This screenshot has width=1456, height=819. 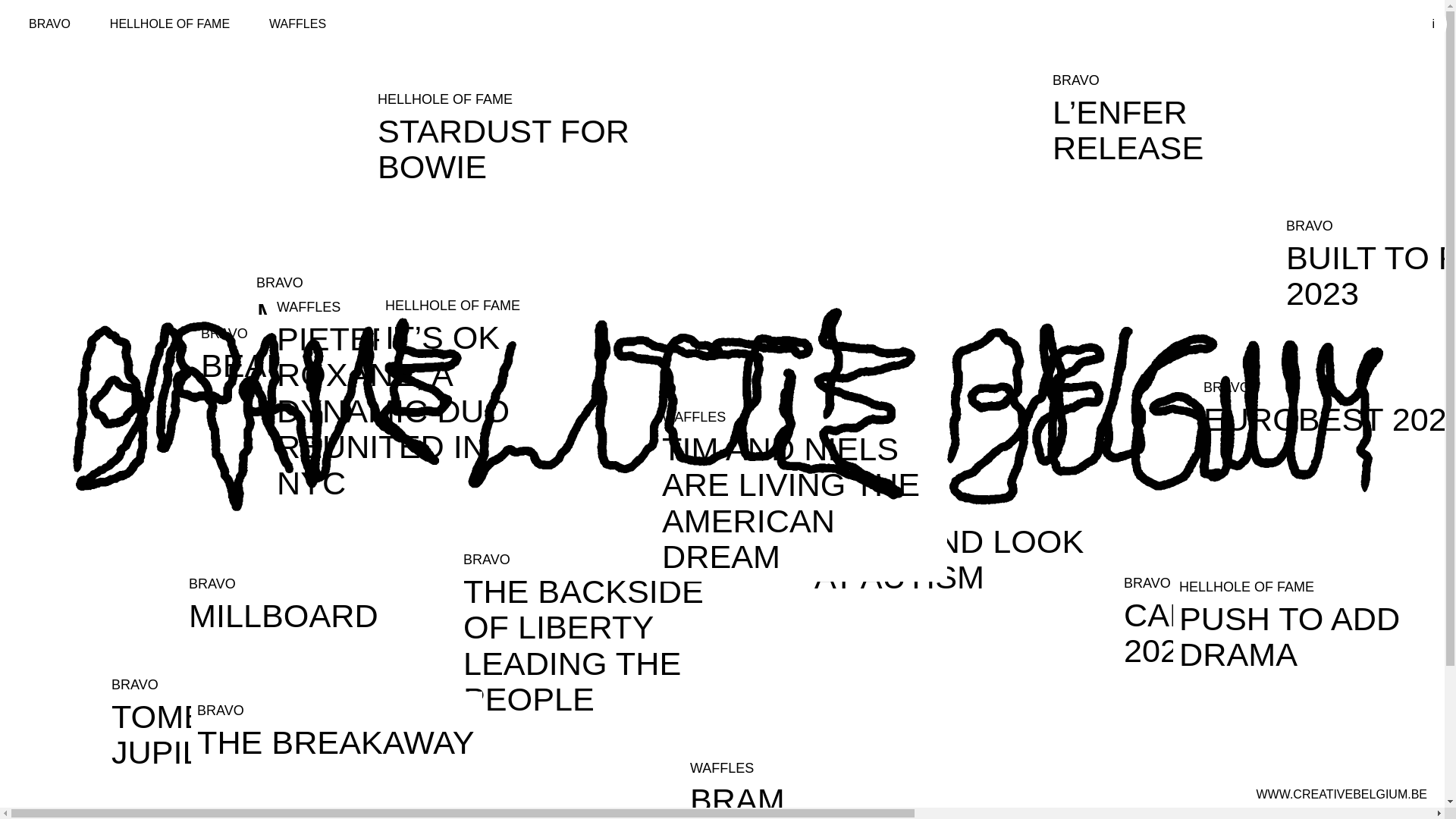 I want to click on 'BRAVO', so click(x=49, y=24).